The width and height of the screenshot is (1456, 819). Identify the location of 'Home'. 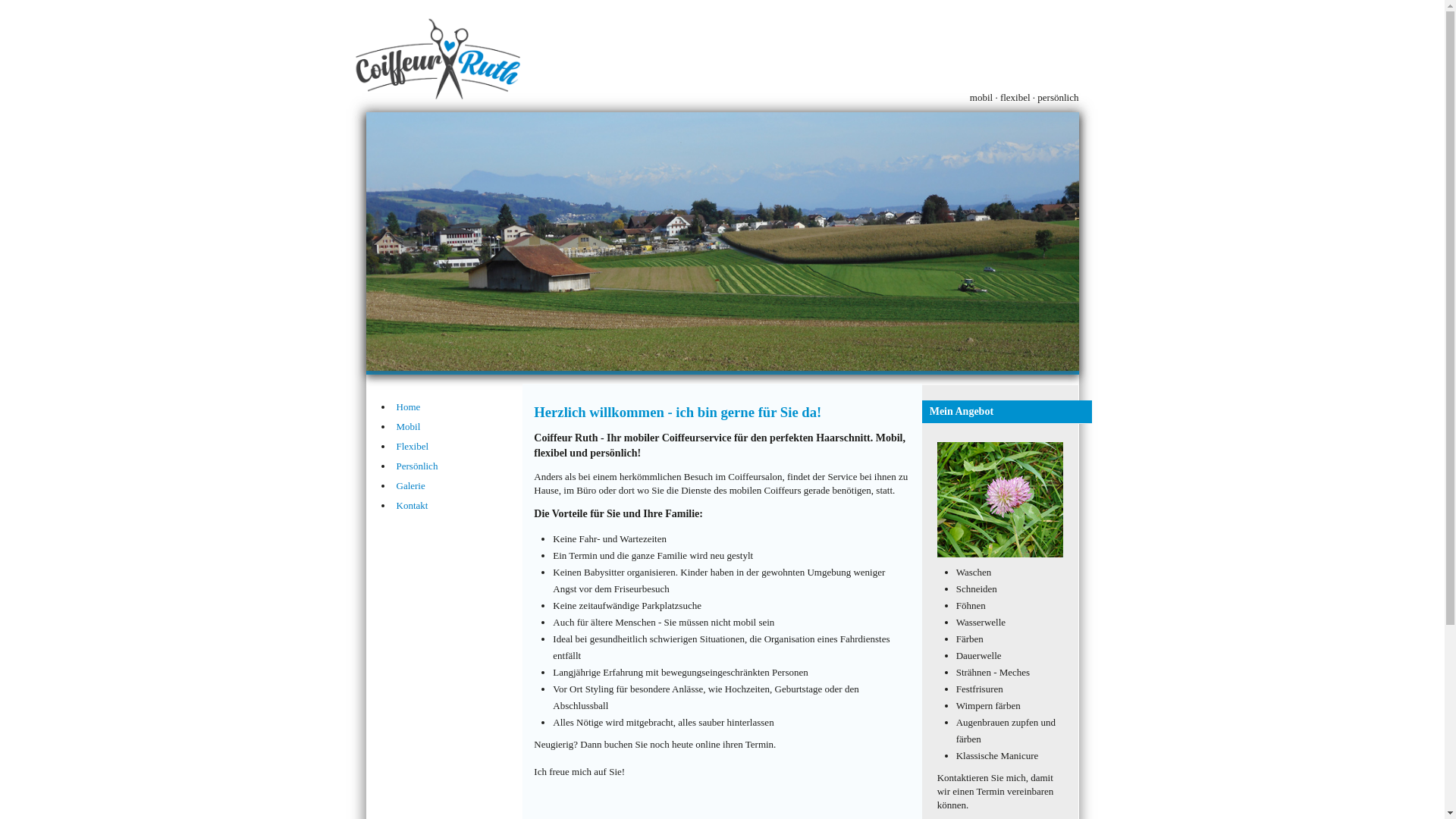
(458, 406).